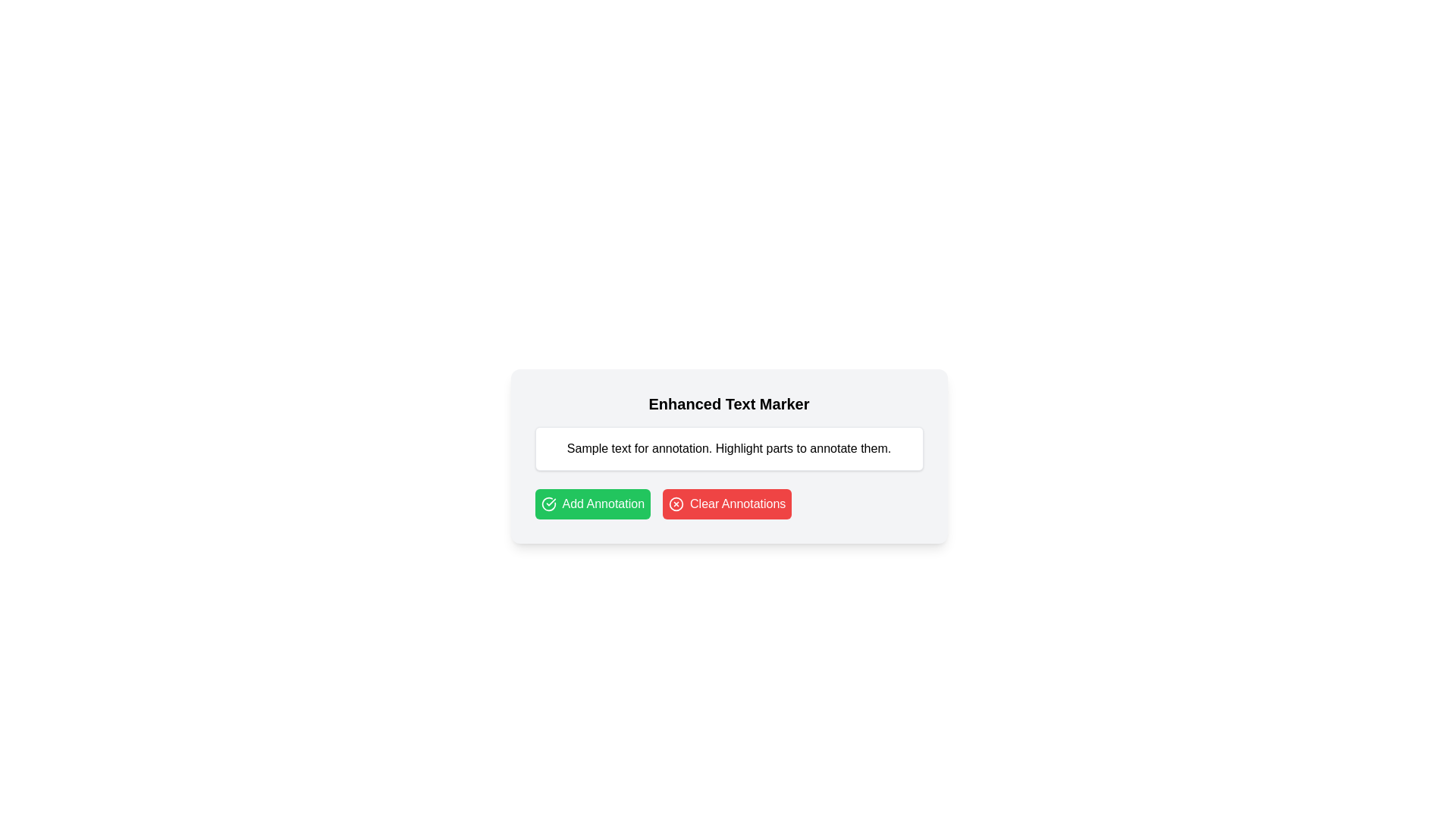 This screenshot has height=819, width=1456. Describe the element at coordinates (782, 447) in the screenshot. I see `the lowercase letter 'r' in the text string 'Sample text for annotation. Highlight parts to annotate them.' which is located beneath the title 'Enhanced Text Marker'` at that location.